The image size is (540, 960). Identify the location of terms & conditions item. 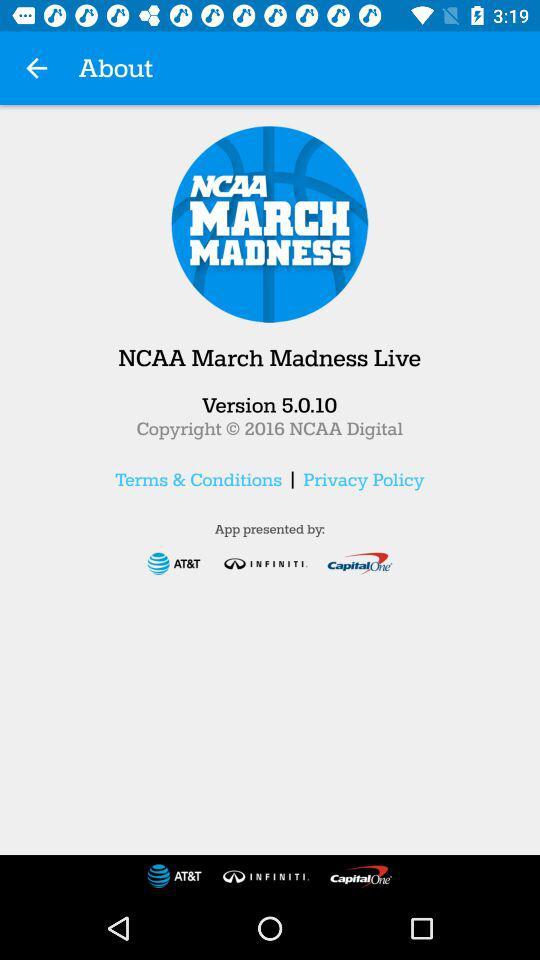
(198, 479).